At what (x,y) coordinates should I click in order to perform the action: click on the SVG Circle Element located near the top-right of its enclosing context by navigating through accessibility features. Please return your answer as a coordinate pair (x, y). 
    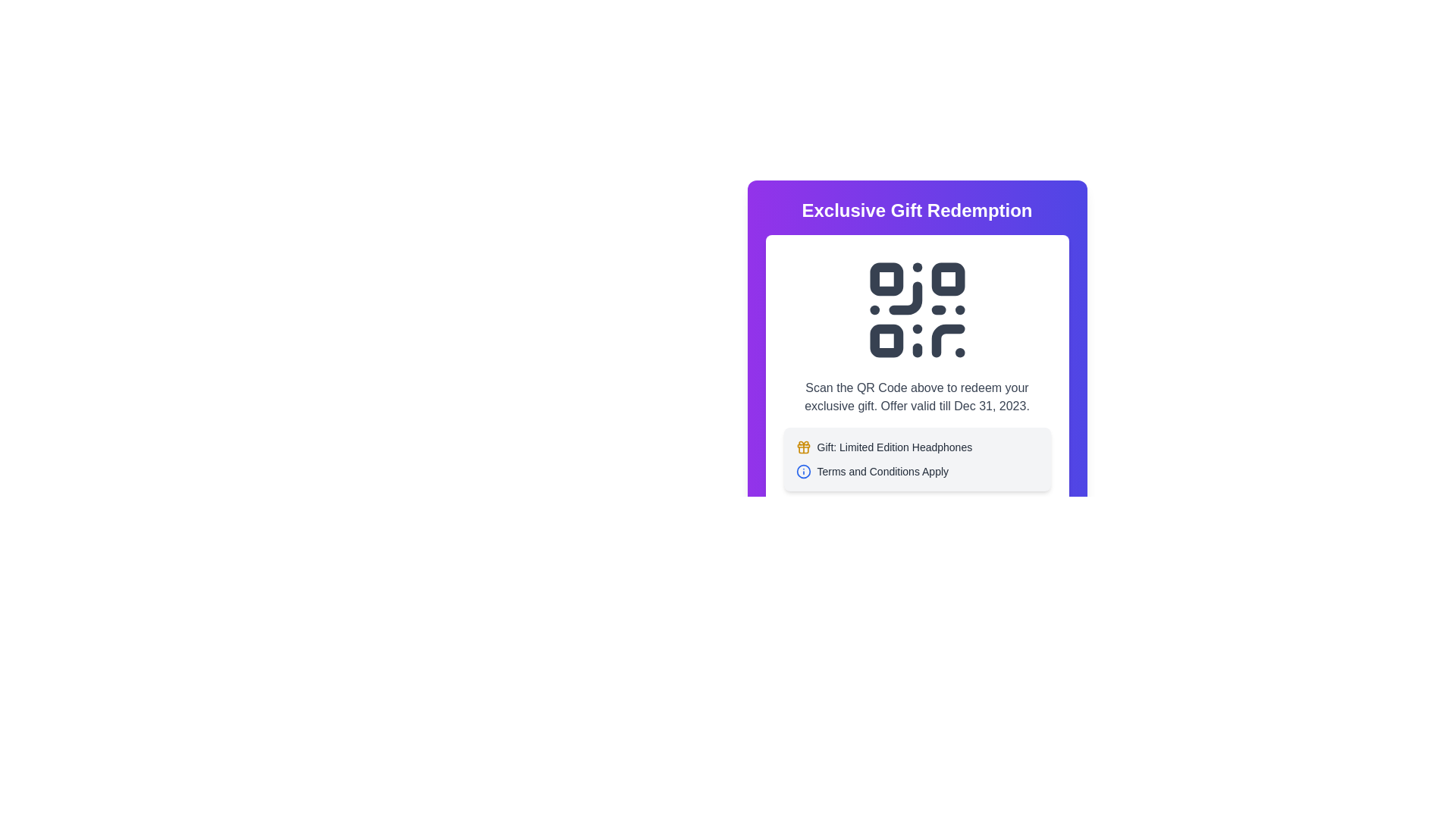
    Looking at the image, I should click on (802, 470).